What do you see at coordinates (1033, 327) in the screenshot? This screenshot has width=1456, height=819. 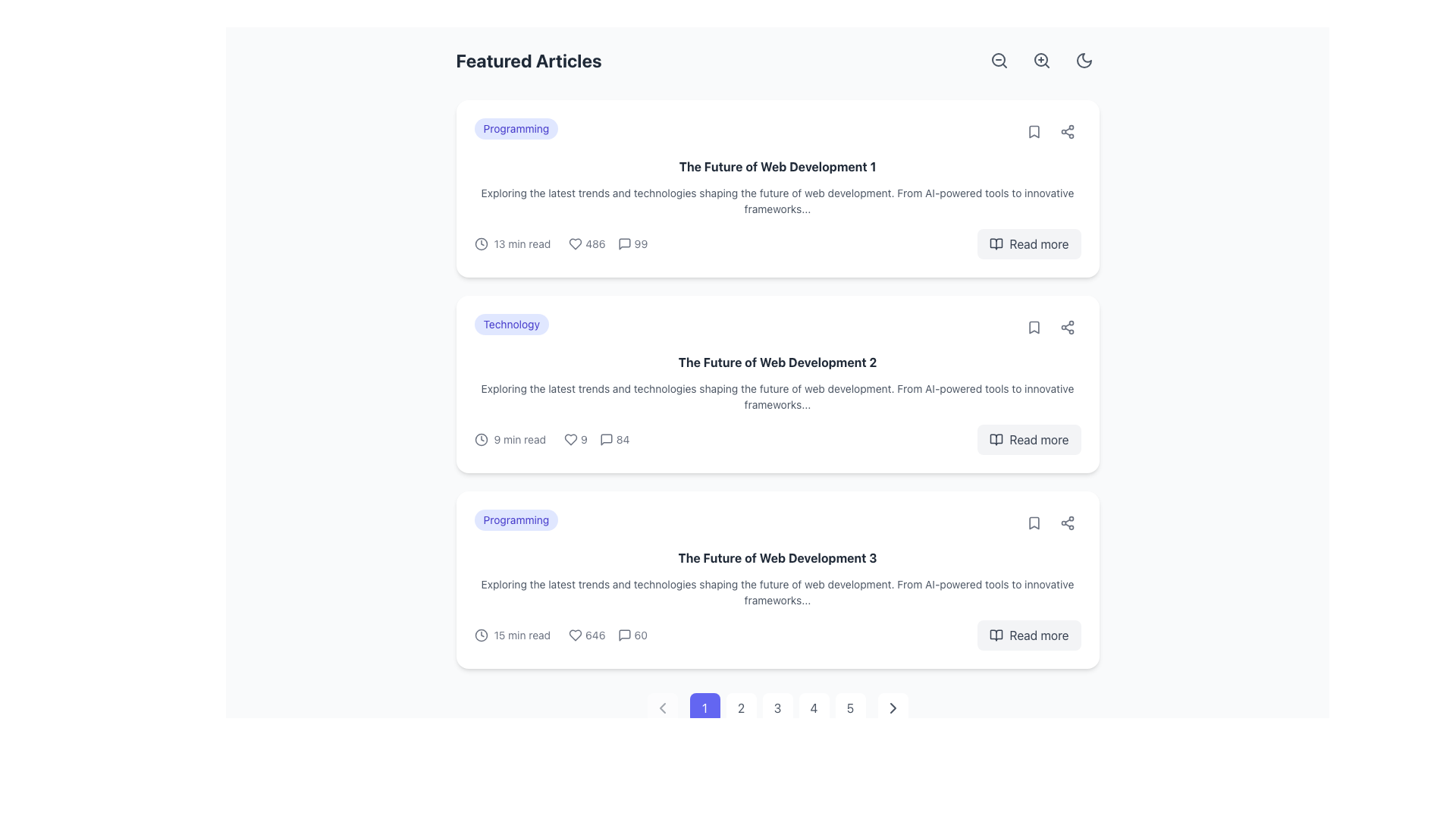 I see `the bookmark icon located at the upper right corner of the second article card` at bounding box center [1033, 327].